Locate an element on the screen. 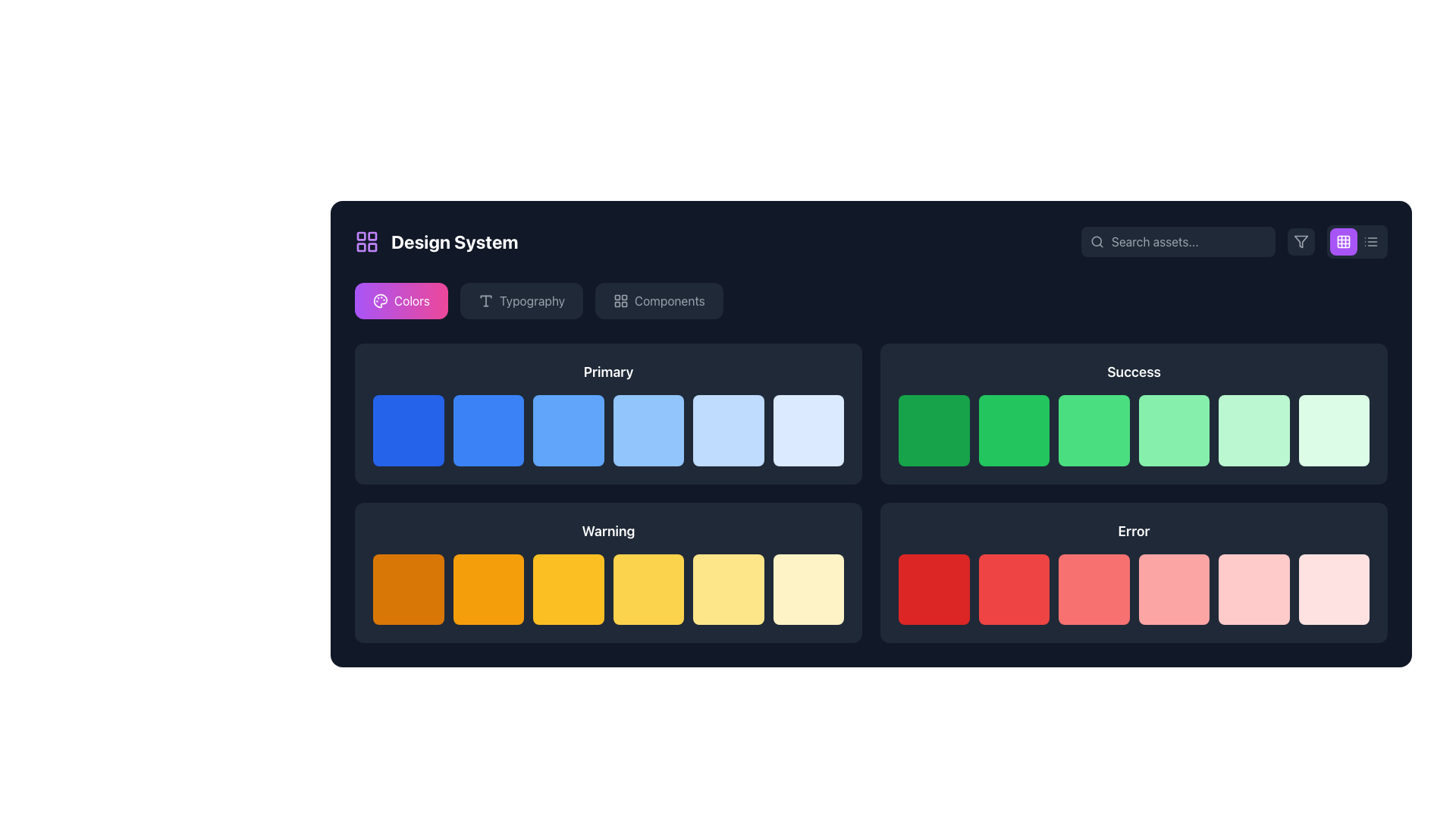  the green interactive tile located second from the left in the top row of the 'Success' section is located at coordinates (933, 430).